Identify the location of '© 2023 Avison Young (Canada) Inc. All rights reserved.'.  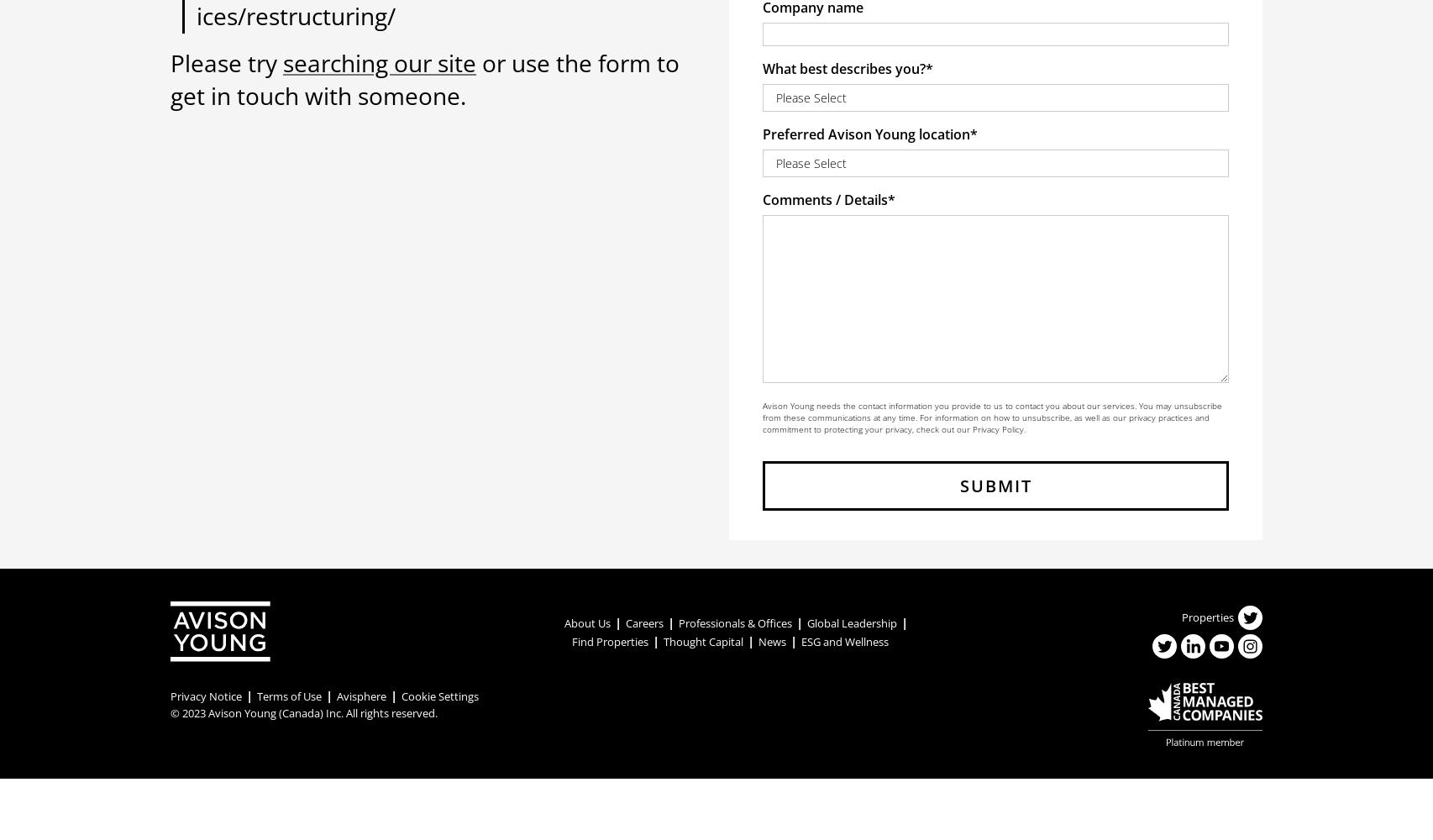
(304, 711).